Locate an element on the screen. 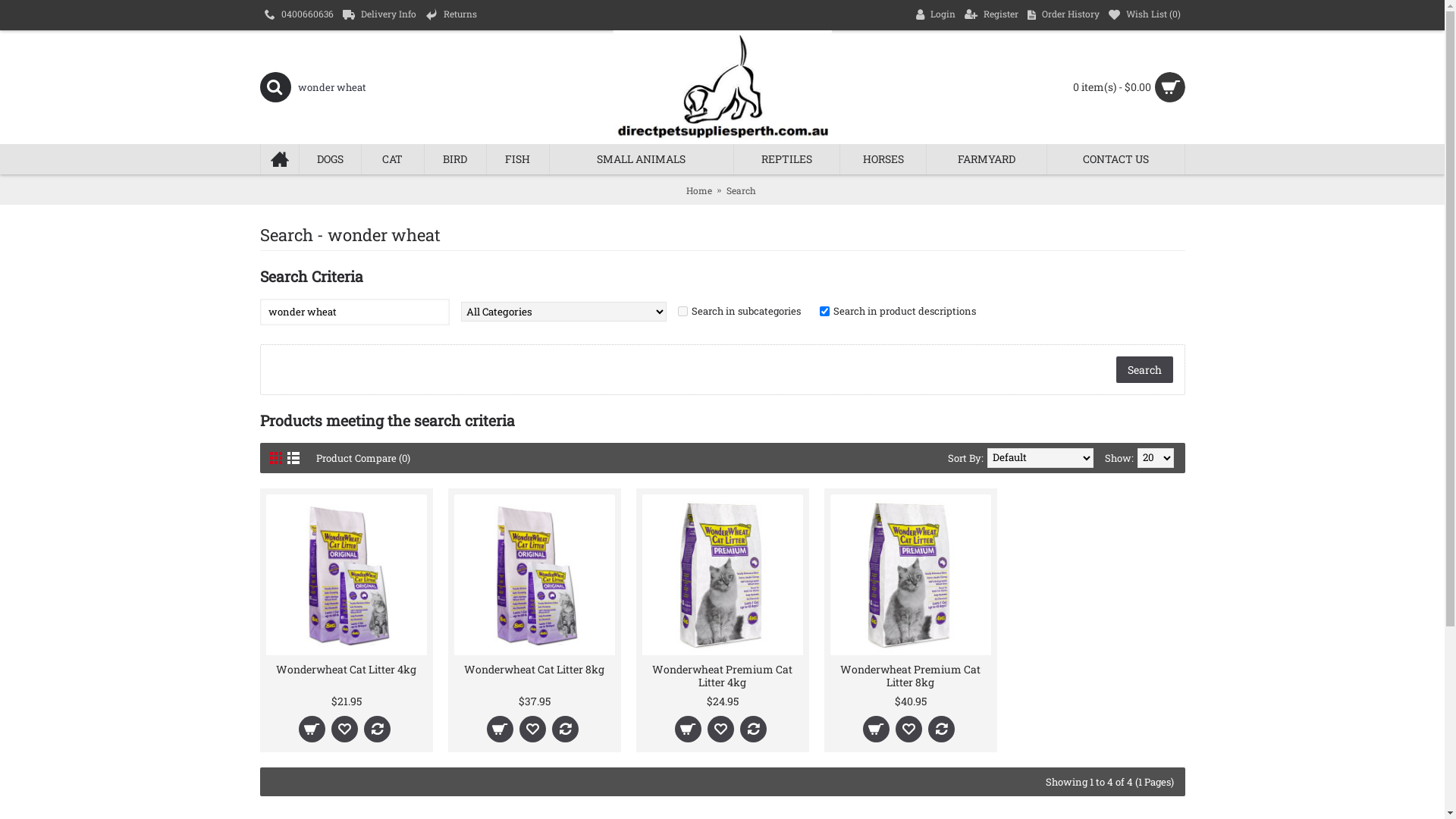  'Wonderwheat Cat Litter 8kg' is located at coordinates (534, 575).